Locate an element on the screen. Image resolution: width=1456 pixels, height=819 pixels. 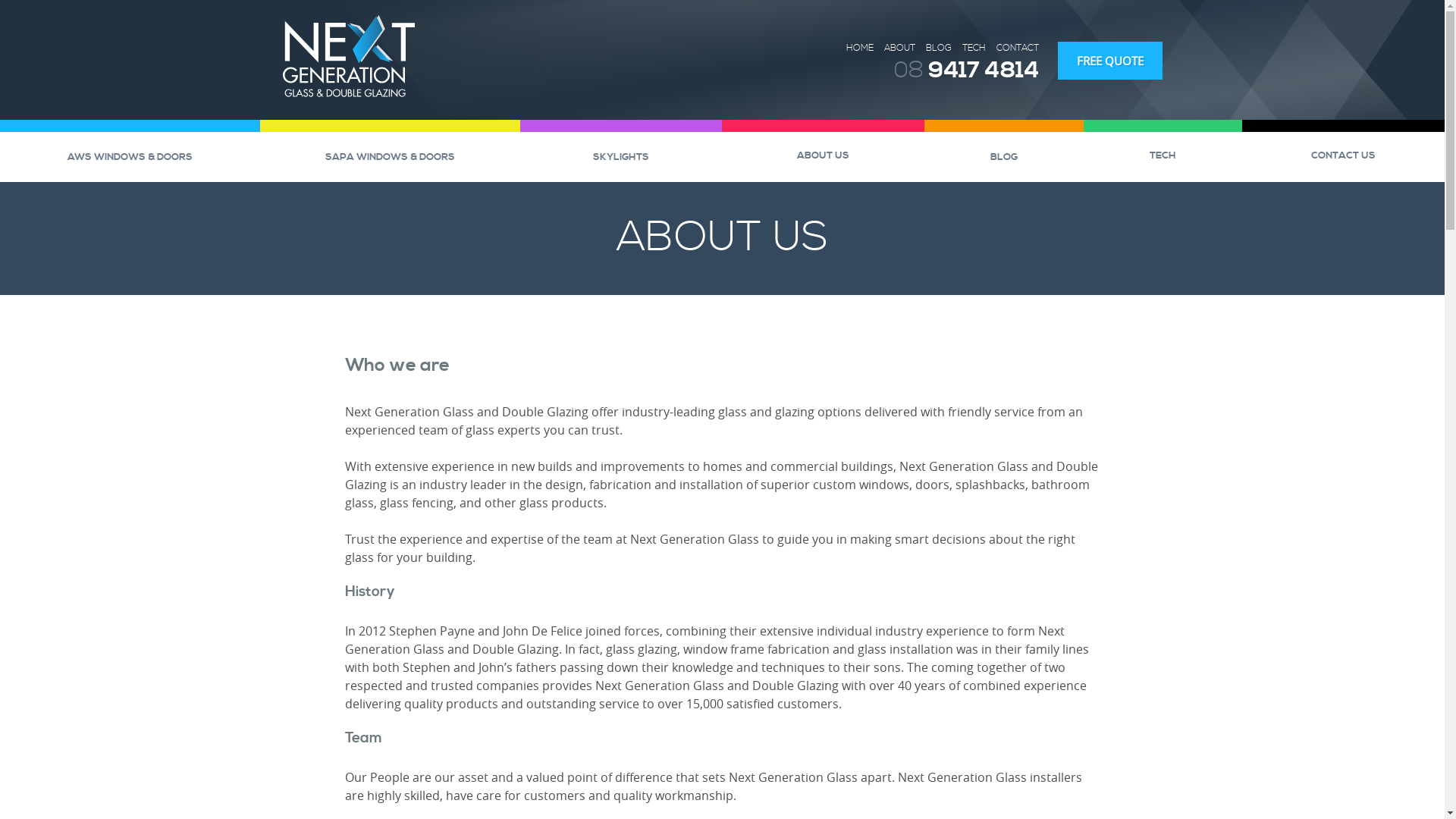
'FREE QUOTE' is located at coordinates (1109, 60).